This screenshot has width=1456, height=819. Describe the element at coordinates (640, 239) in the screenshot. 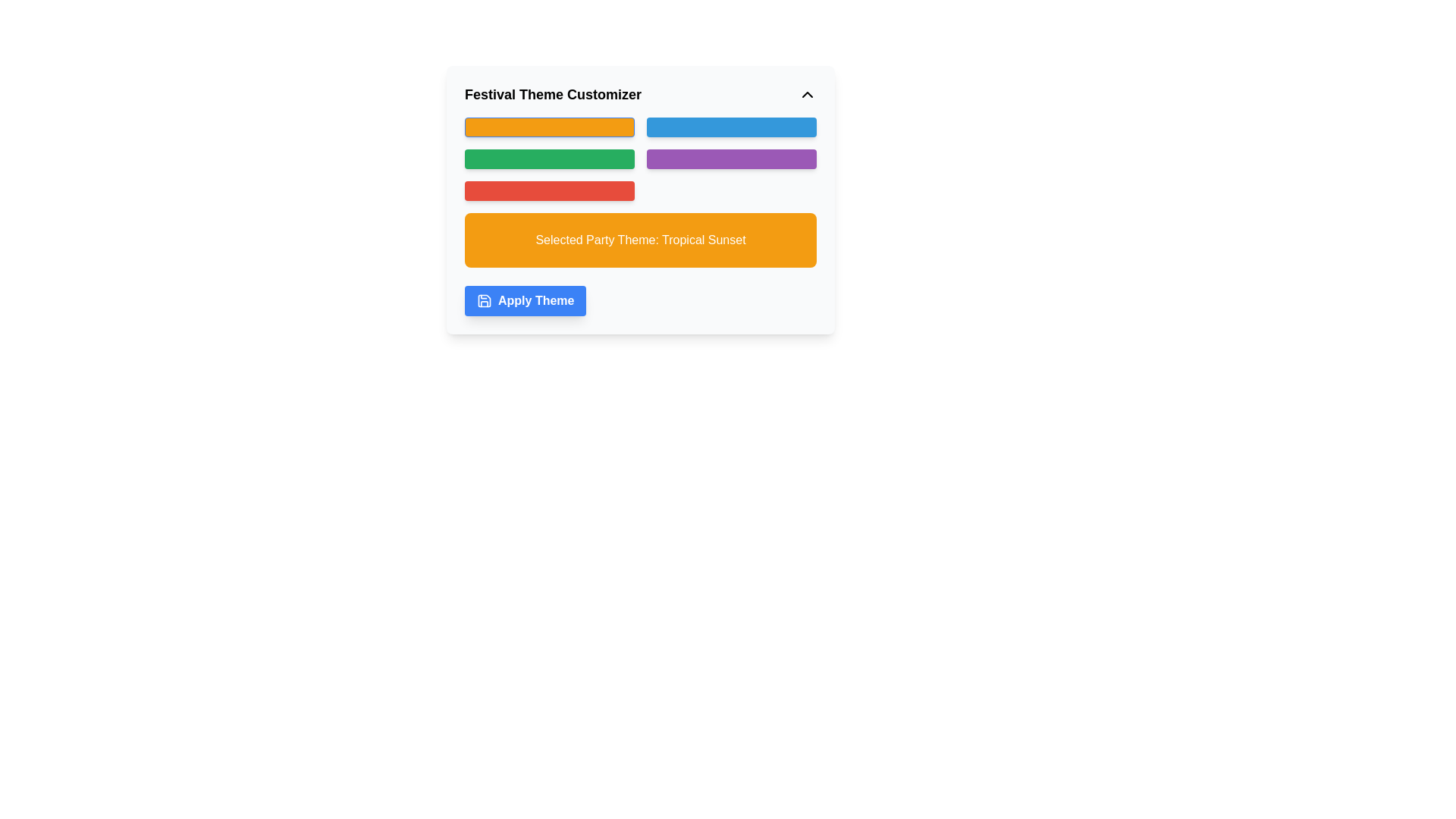

I see `the Text Display Box indicating the currently selected party theme, which is 'Tropical Sunset', located in the 'Festival Theme Customizer' panel` at that location.